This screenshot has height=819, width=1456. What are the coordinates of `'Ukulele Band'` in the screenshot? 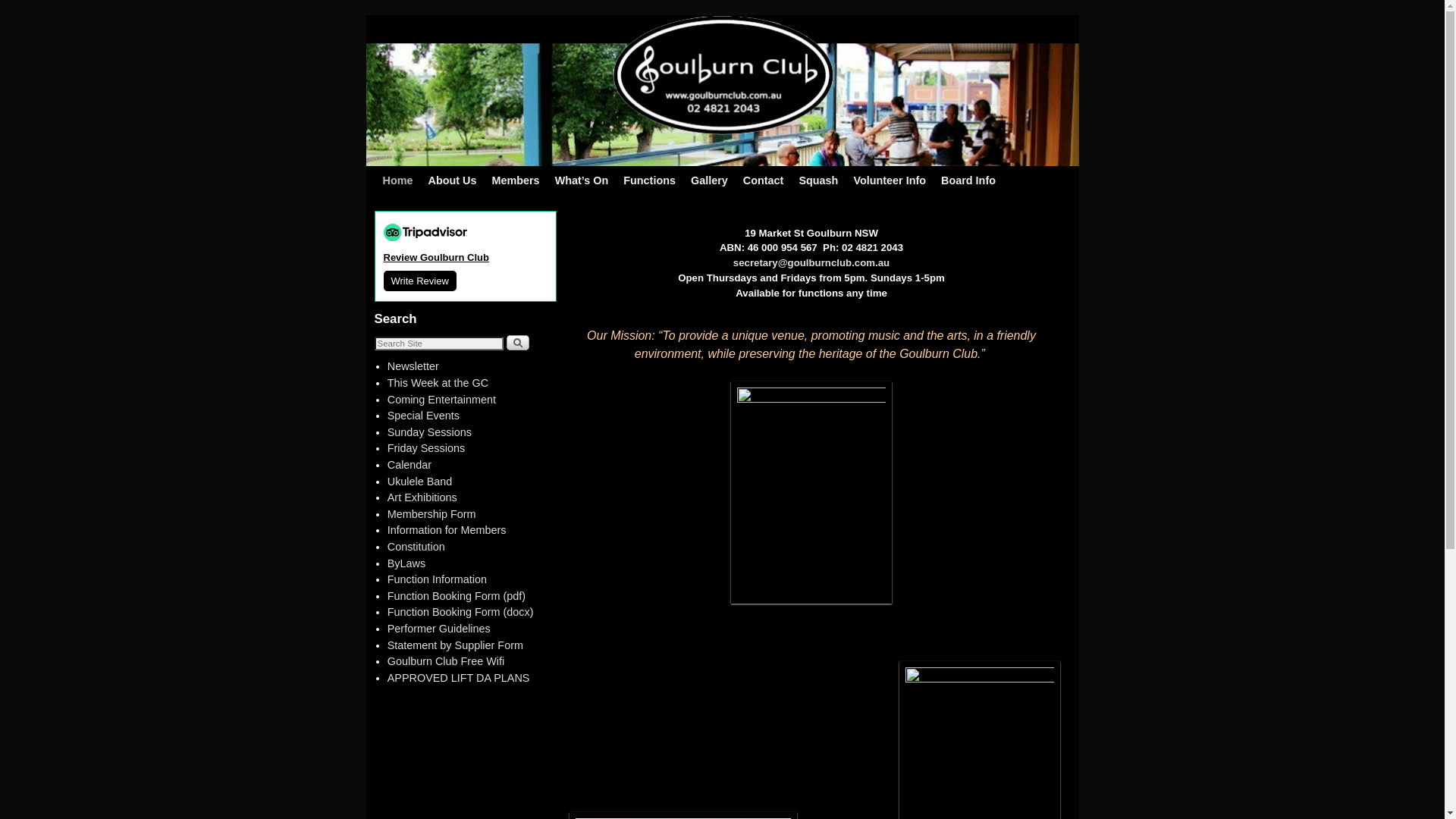 It's located at (419, 482).